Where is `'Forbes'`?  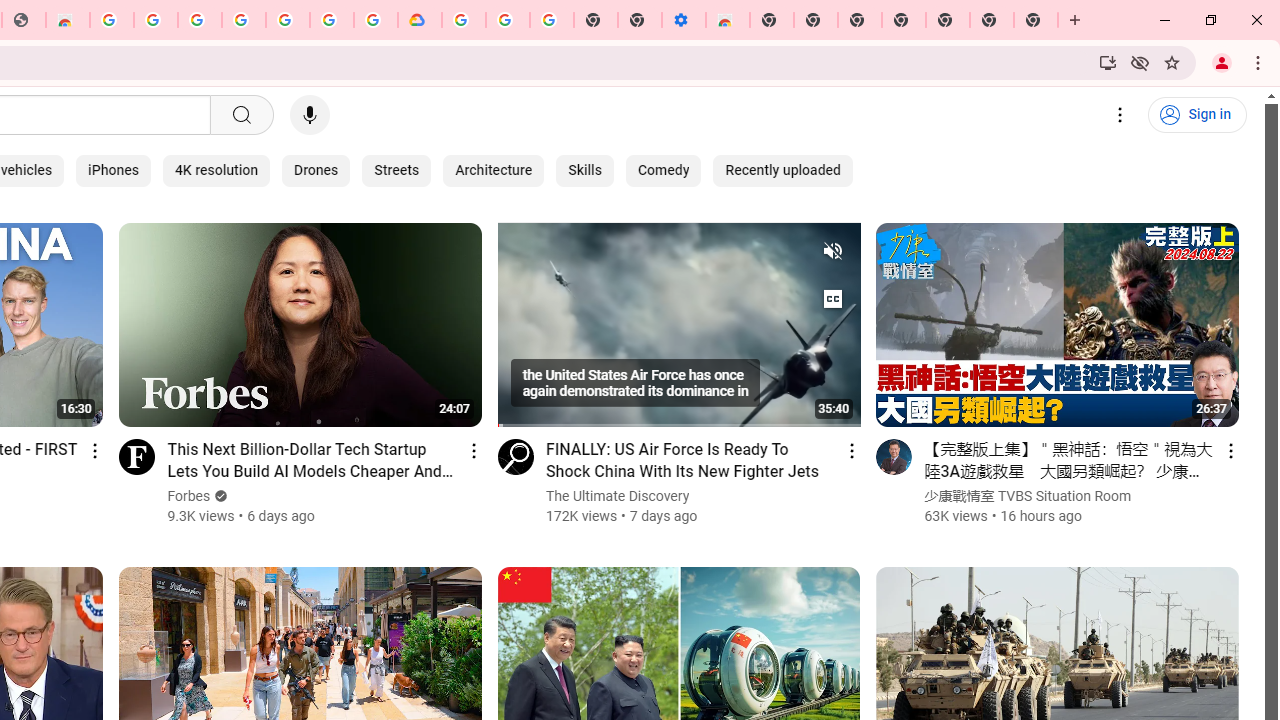 'Forbes' is located at coordinates (189, 495).